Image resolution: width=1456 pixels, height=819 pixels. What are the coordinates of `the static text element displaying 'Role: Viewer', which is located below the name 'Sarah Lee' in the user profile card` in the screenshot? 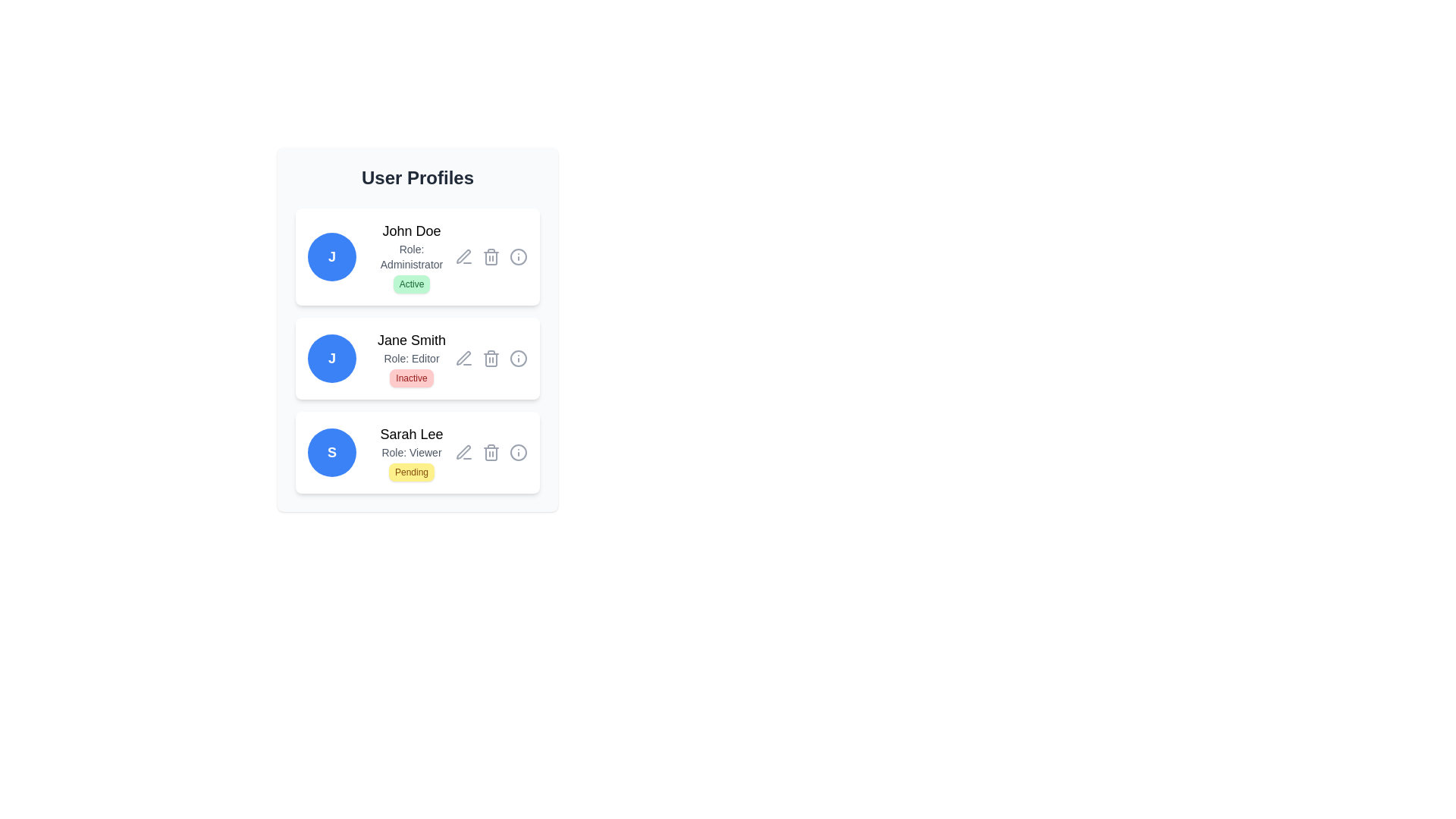 It's located at (411, 452).